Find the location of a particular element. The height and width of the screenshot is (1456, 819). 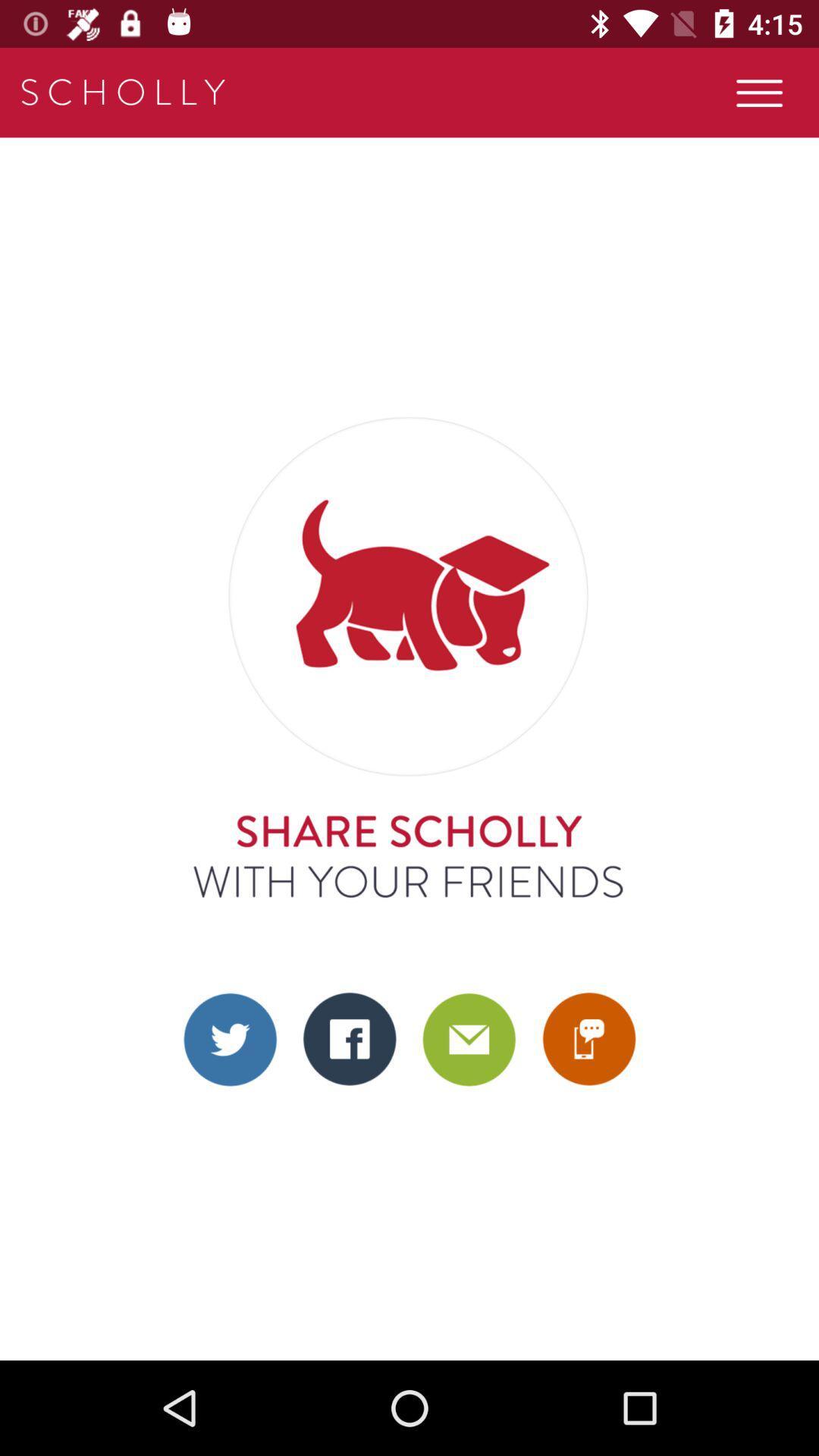

the chat icon is located at coordinates (588, 1038).